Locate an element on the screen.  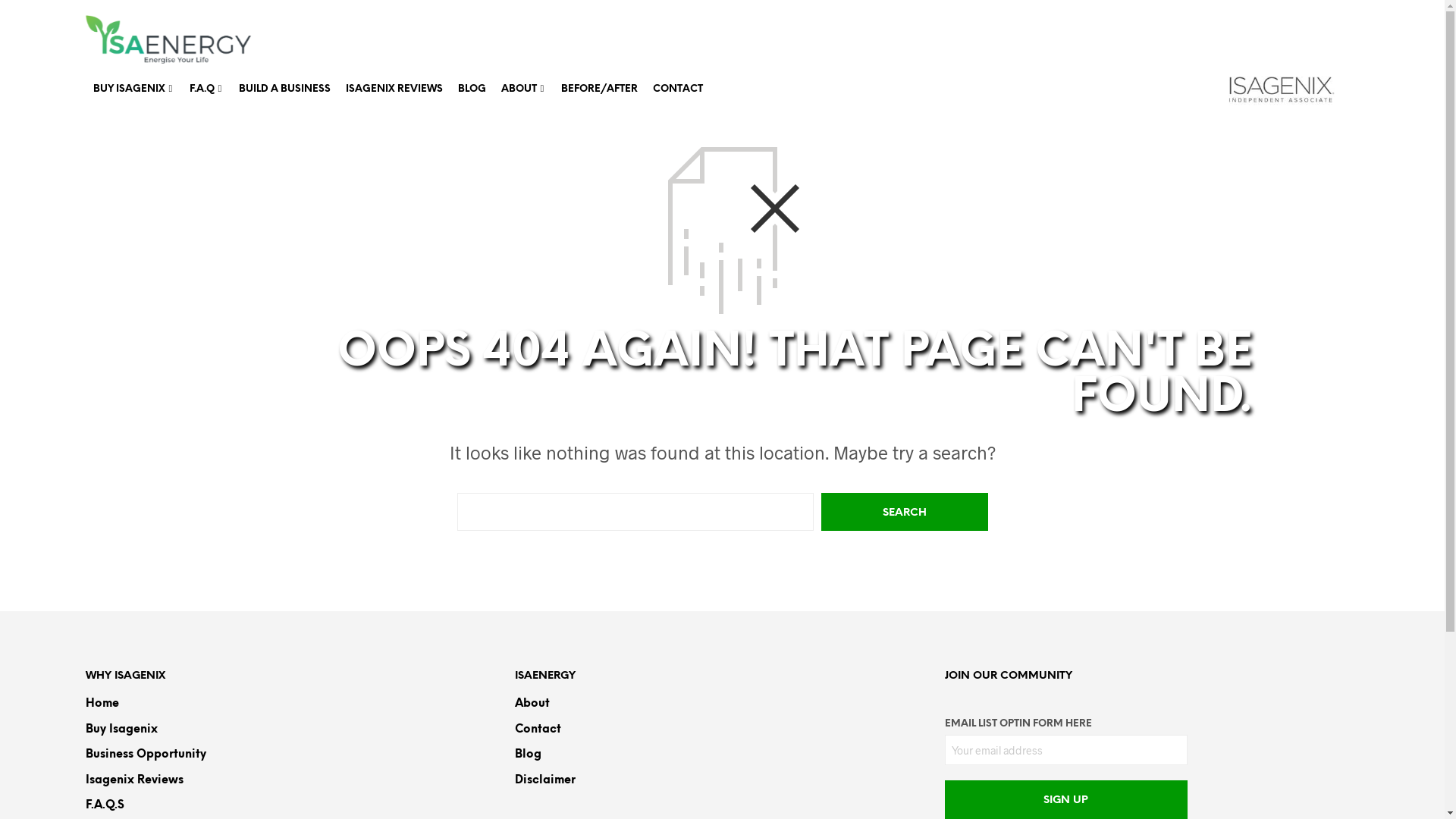
'BLOG' is located at coordinates (471, 89).